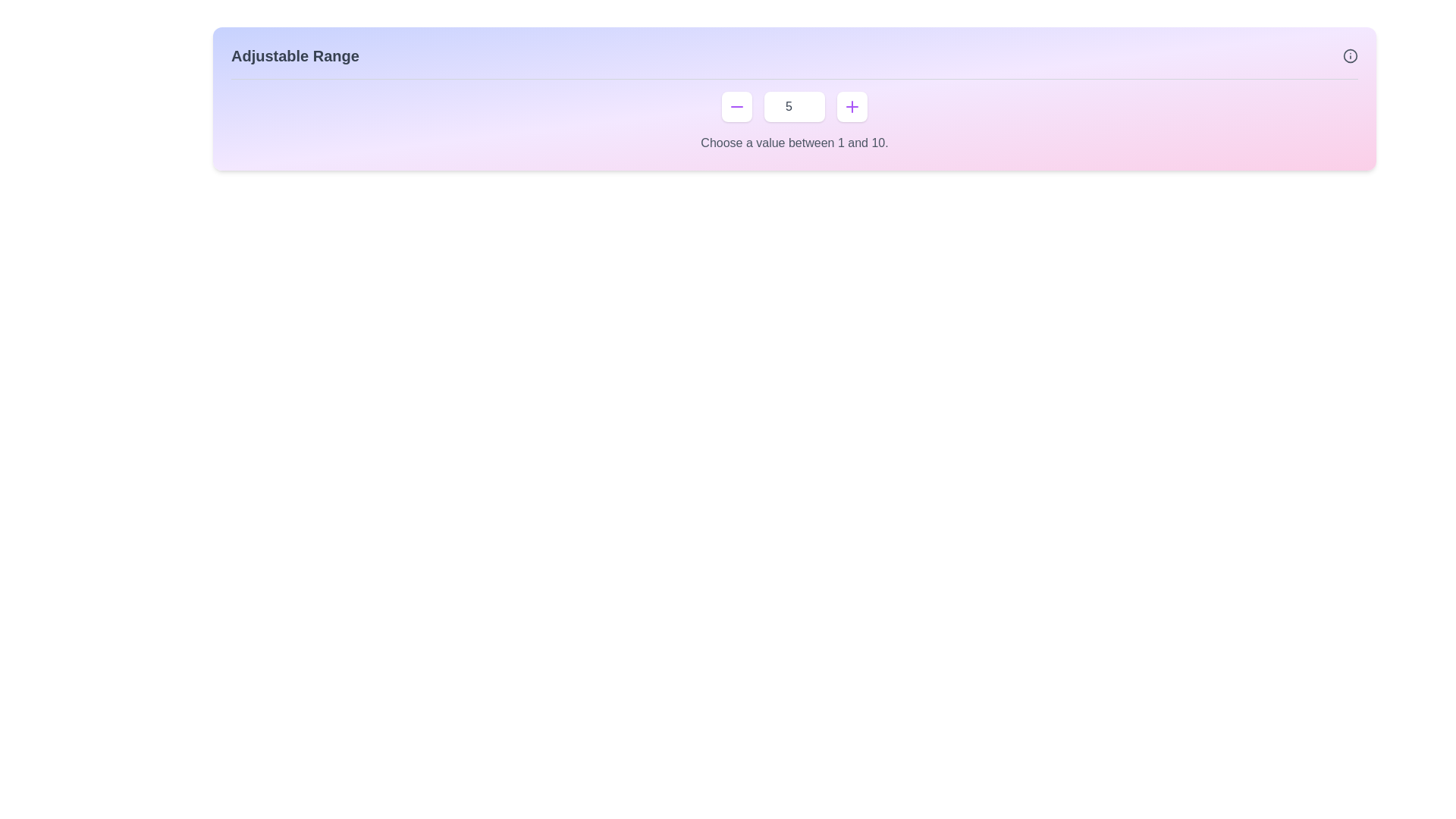  What do you see at coordinates (736, 106) in the screenshot?
I see `the button with a white background and purple text, featuring a minus icon, to decrease the value` at bounding box center [736, 106].